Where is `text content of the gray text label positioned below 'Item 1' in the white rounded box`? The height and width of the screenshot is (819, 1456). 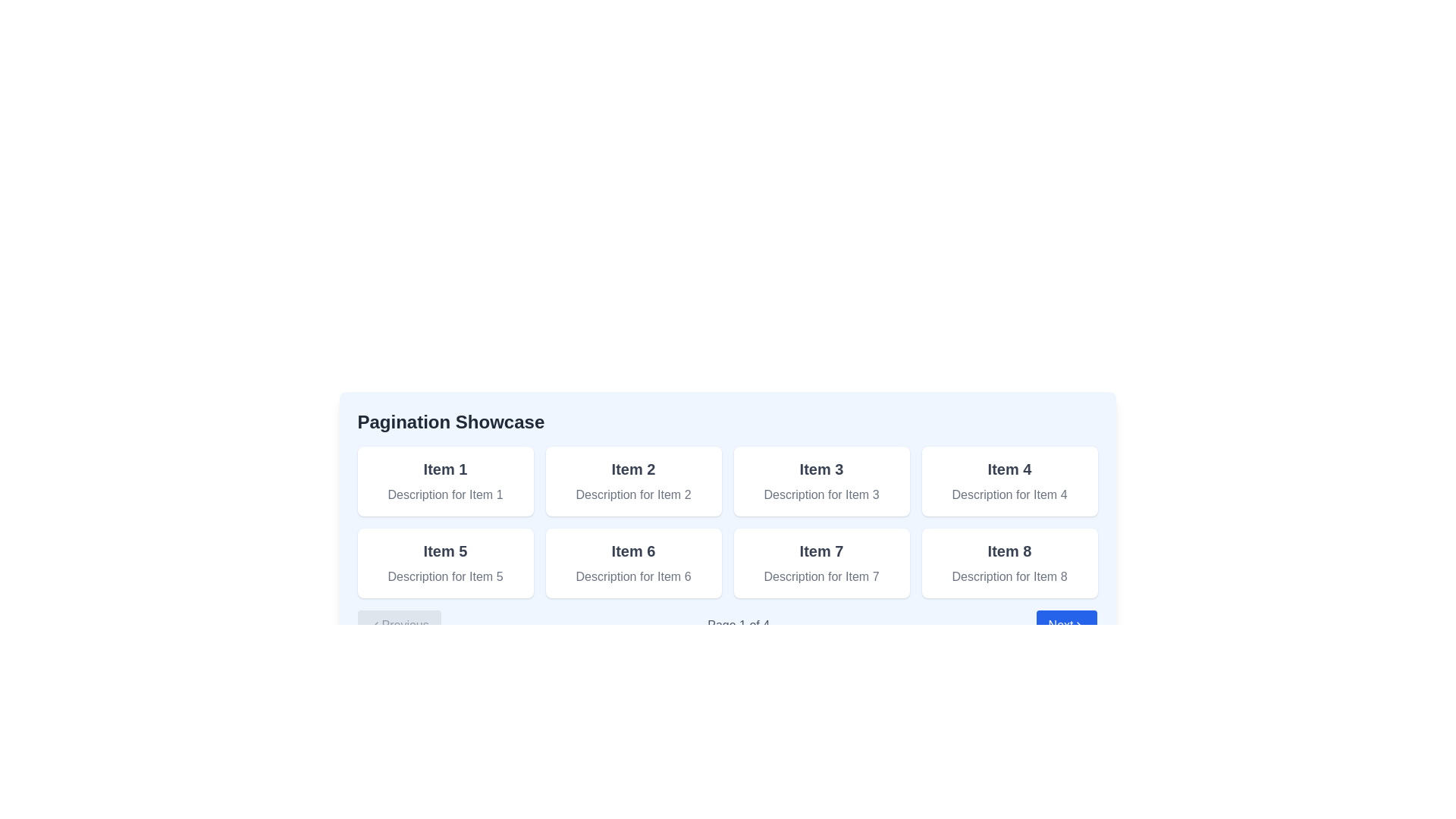 text content of the gray text label positioned below 'Item 1' in the white rounded box is located at coordinates (444, 494).